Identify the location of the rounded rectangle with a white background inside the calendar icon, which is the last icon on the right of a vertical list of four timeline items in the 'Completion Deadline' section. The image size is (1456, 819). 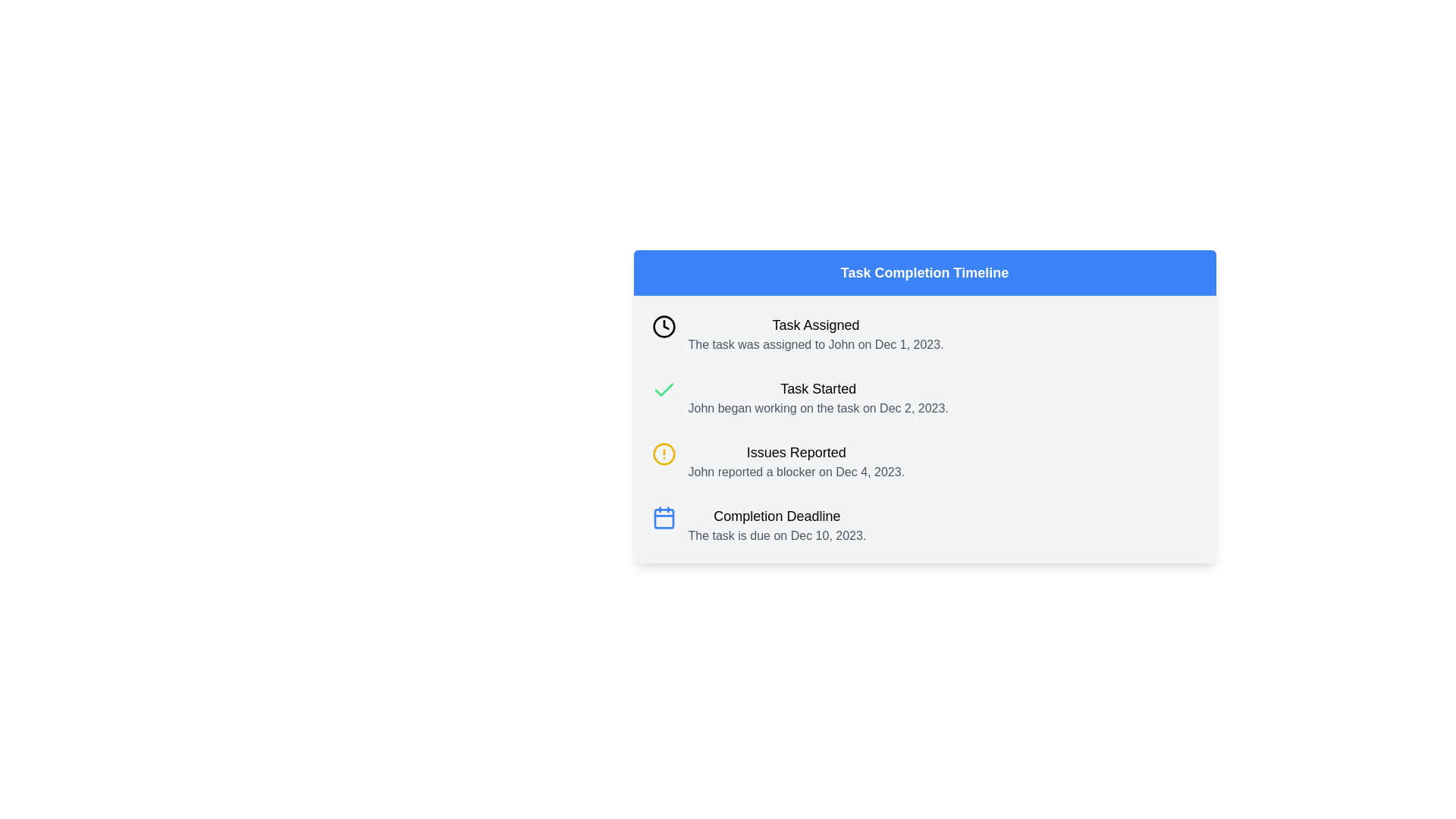
(664, 518).